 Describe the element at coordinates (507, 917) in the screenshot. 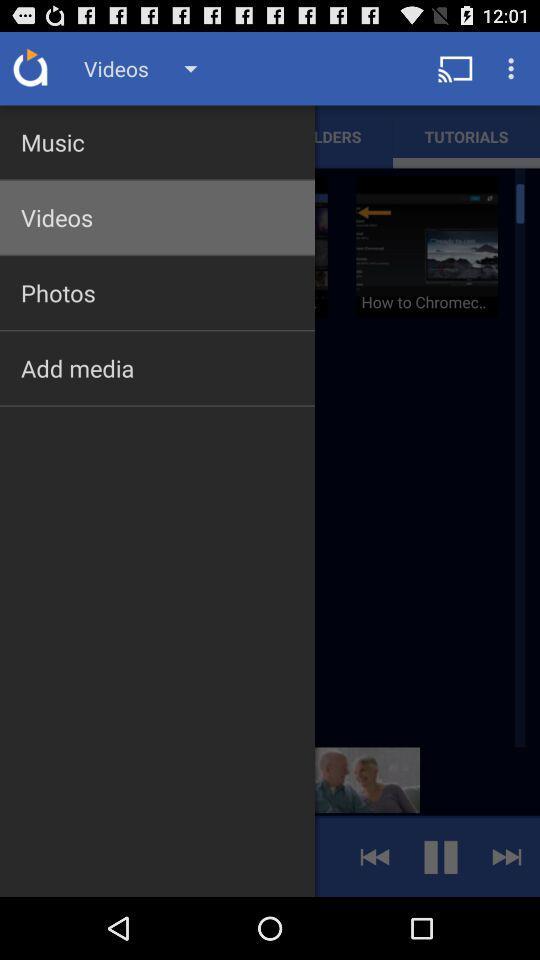

I see `the skip_next icon` at that location.